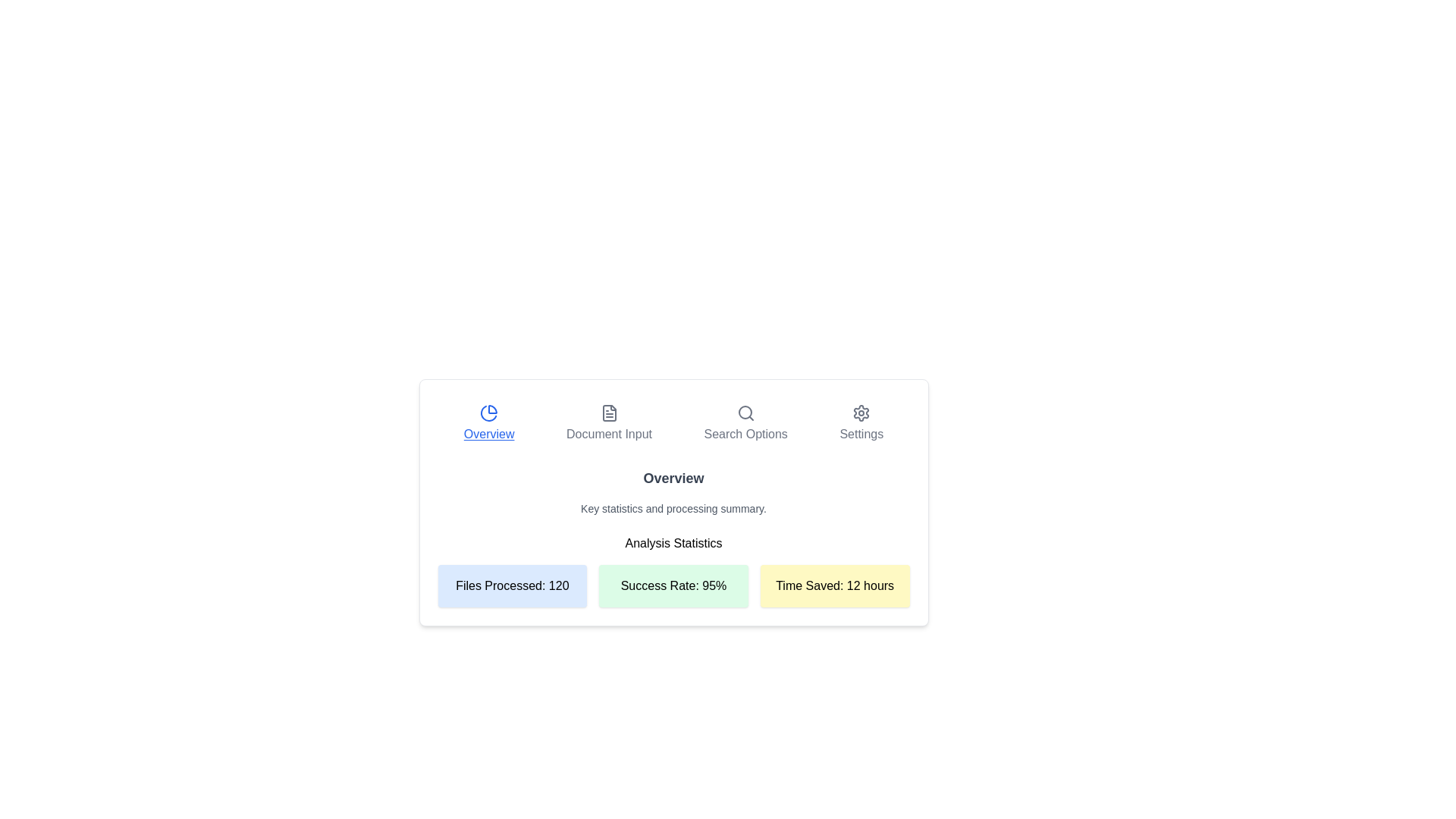 The image size is (1456, 819). Describe the element at coordinates (489, 424) in the screenshot. I see `the 'Overview' button, which is a prominent blue clickable component with an underline, located at the leftmost position of a horizontal navigation bar` at that location.